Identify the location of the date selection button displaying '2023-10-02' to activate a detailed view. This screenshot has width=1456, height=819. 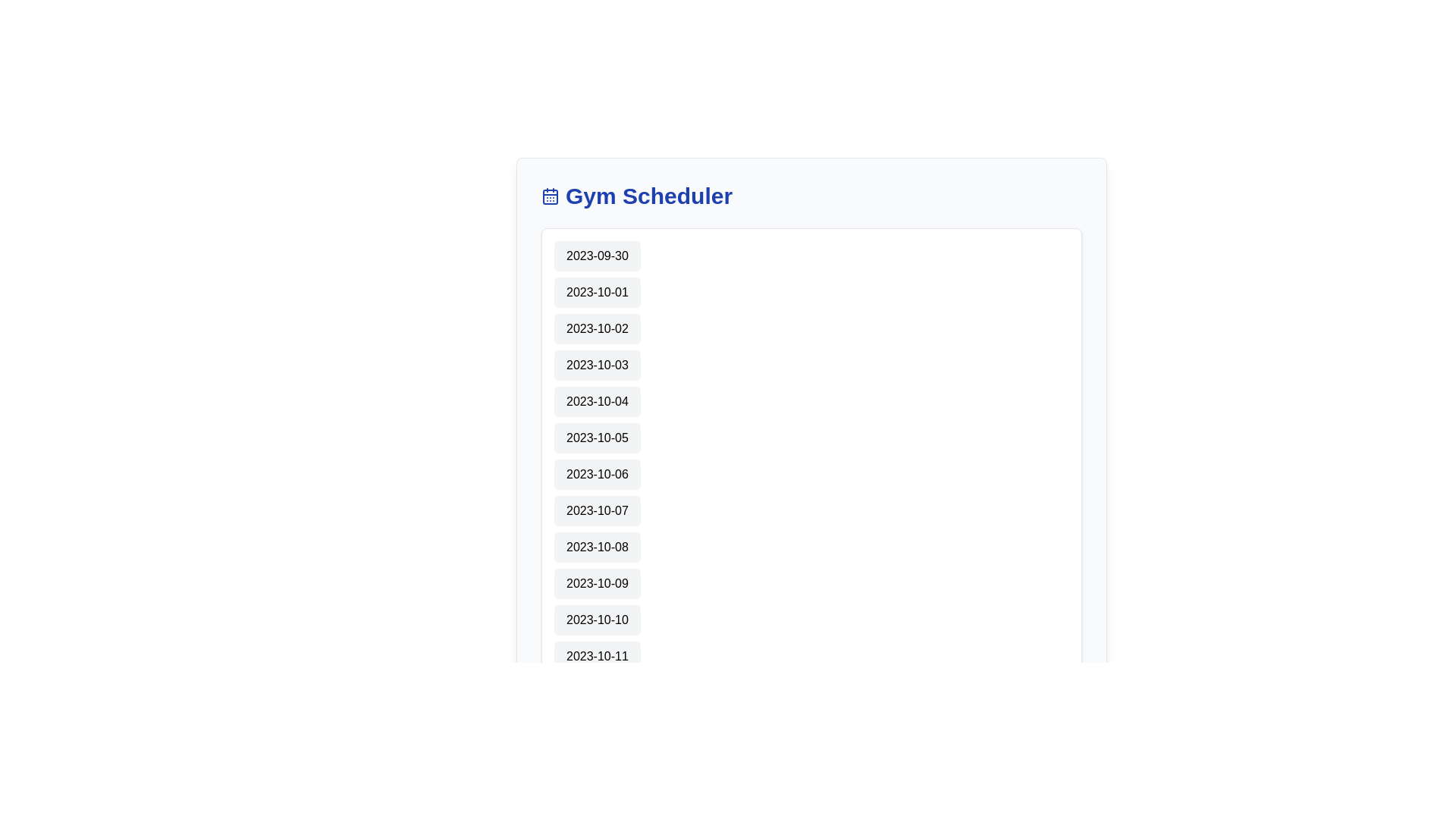
(596, 328).